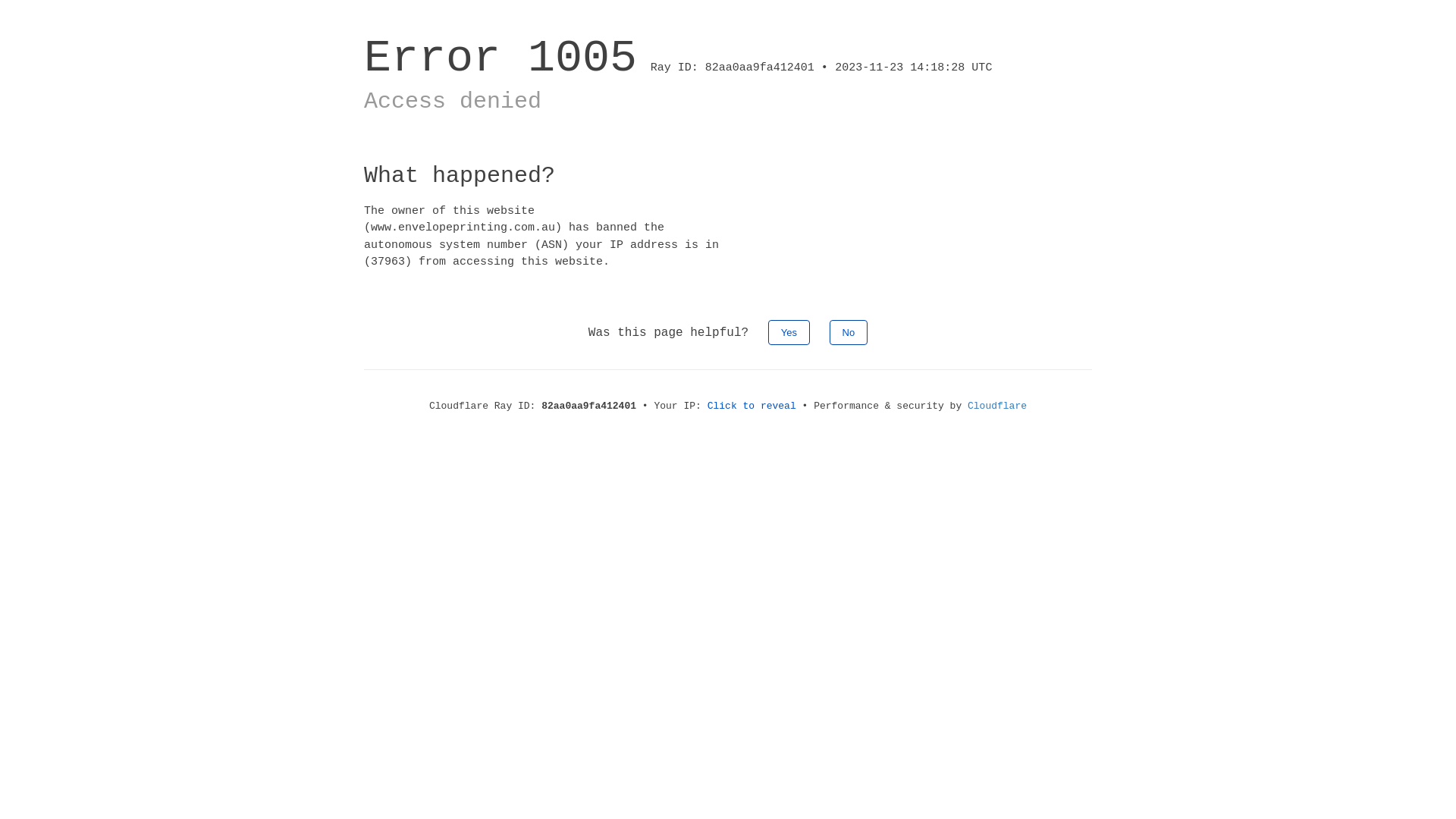 The width and height of the screenshot is (1456, 819). Describe the element at coordinates (767, 331) in the screenshot. I see `'Yes'` at that location.